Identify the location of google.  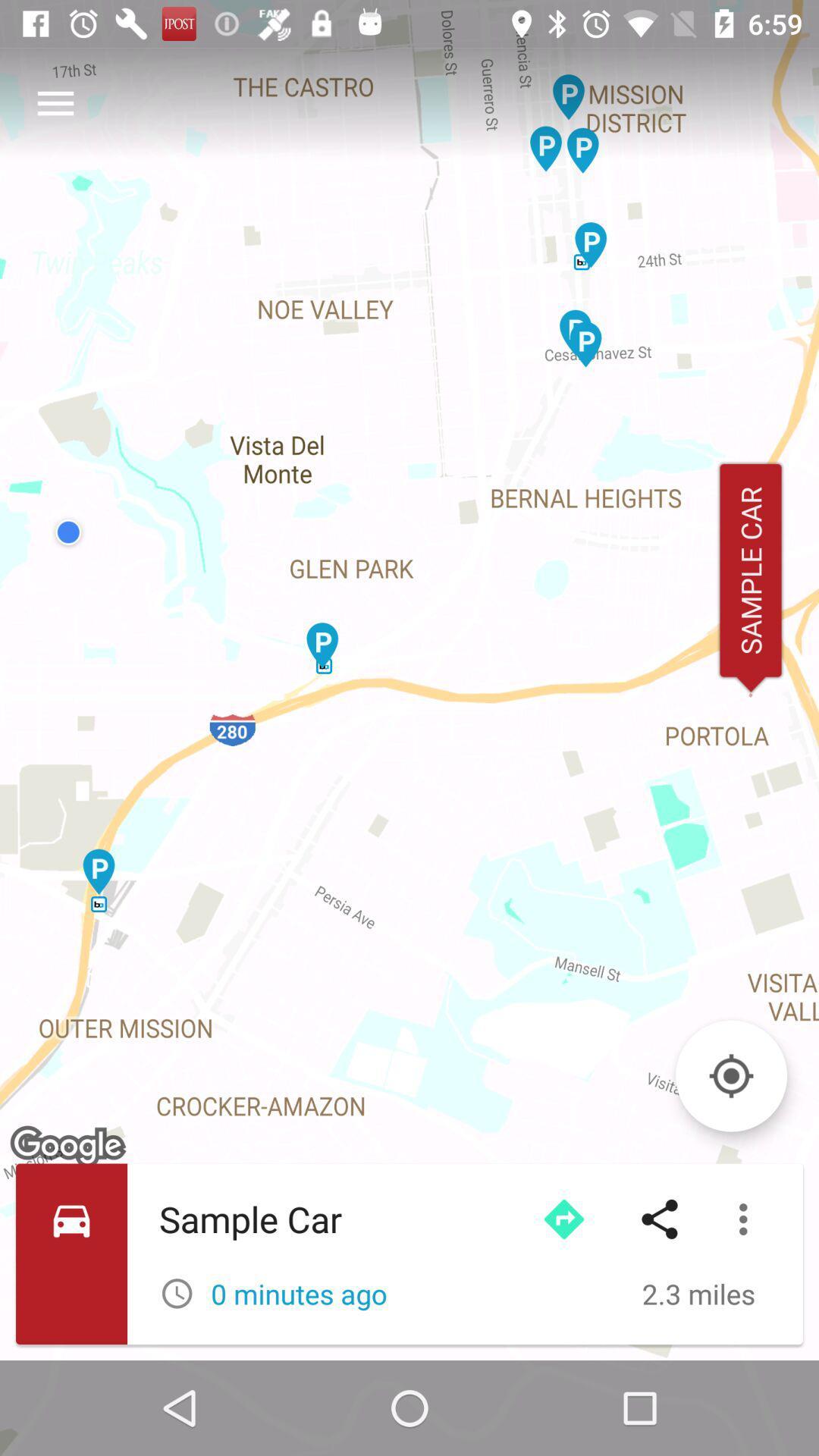
(70, 1147).